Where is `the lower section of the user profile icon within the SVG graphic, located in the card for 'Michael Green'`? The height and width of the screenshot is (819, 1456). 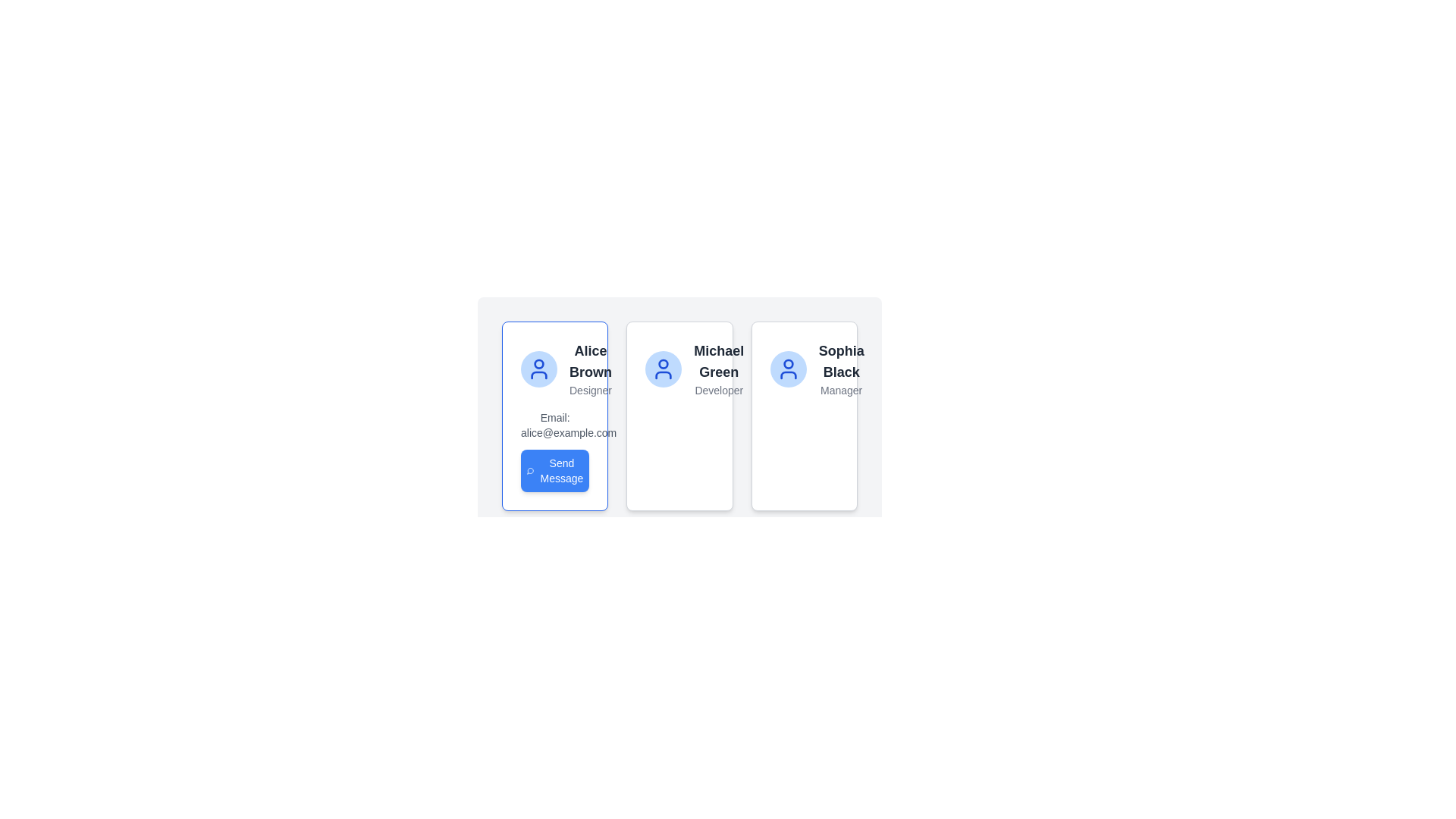
the lower section of the user profile icon within the SVG graphic, located in the card for 'Michael Green' is located at coordinates (664, 375).